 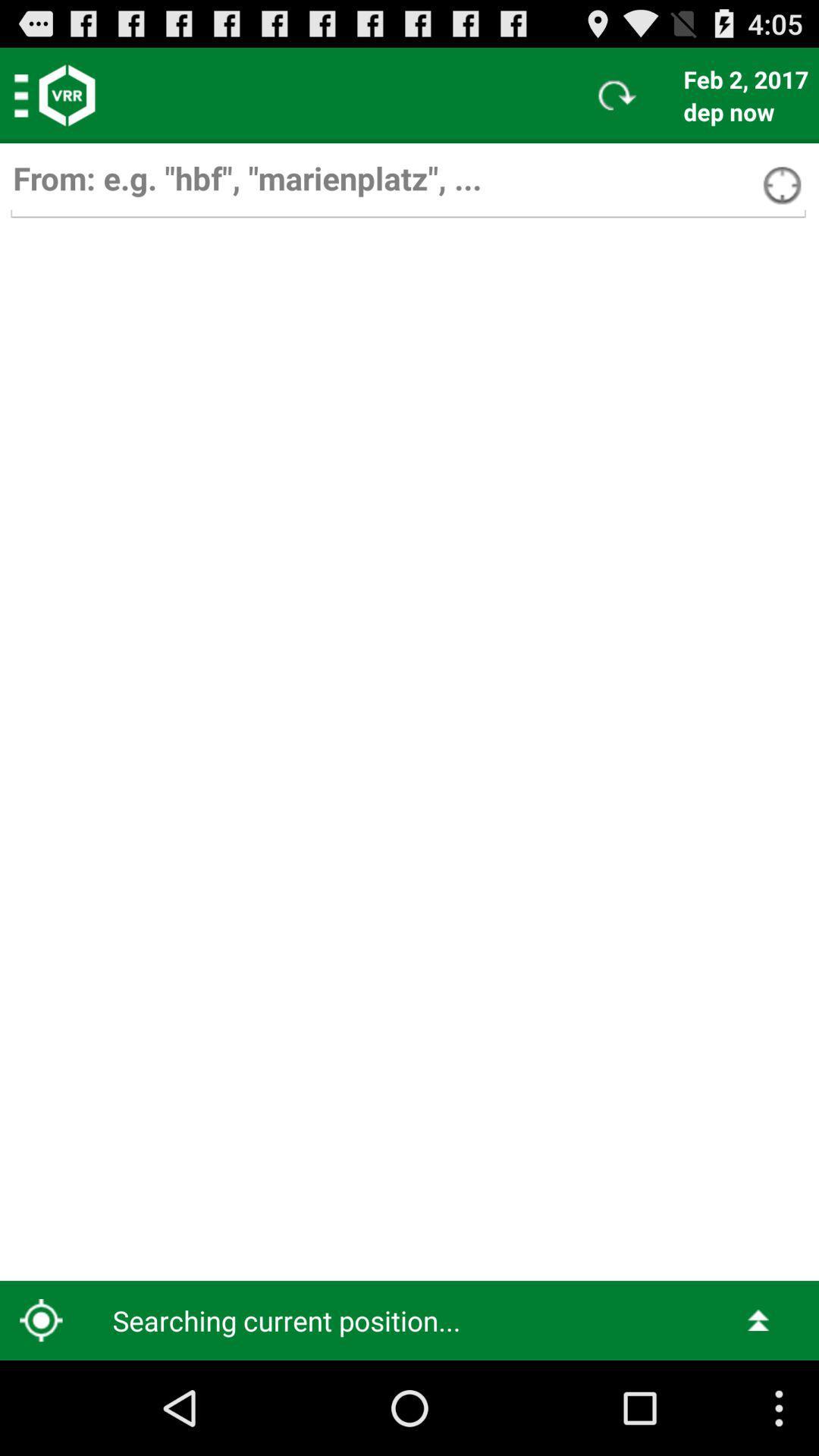 I want to click on app to the left of feb 2, 2017 item, so click(x=617, y=94).